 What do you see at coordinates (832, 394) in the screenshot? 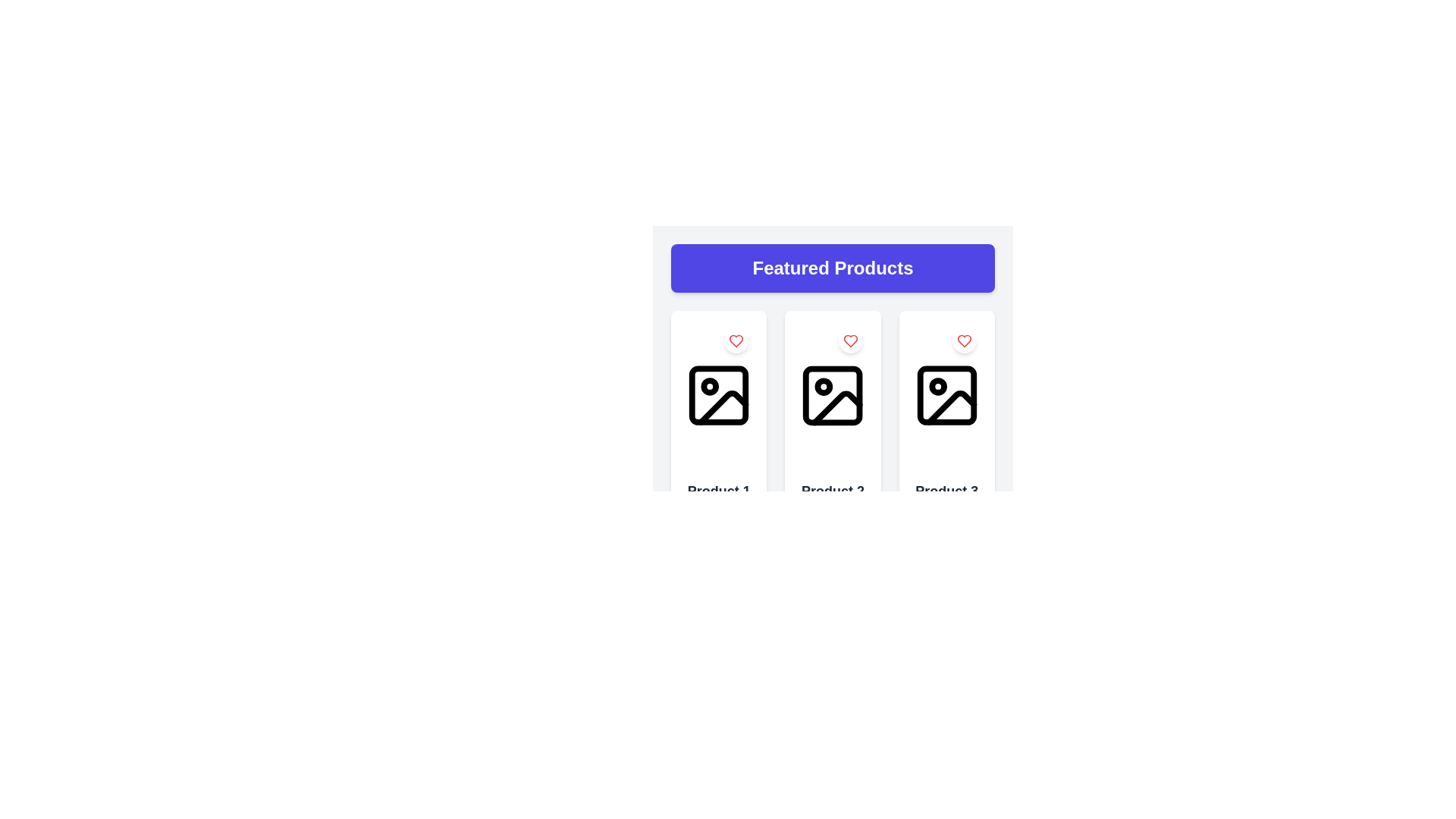
I see `the image placeholder located in the second product card of the 'Featured Products' section, positioned centrally within its card group, just beneath the heart-shaped icon` at bounding box center [832, 394].